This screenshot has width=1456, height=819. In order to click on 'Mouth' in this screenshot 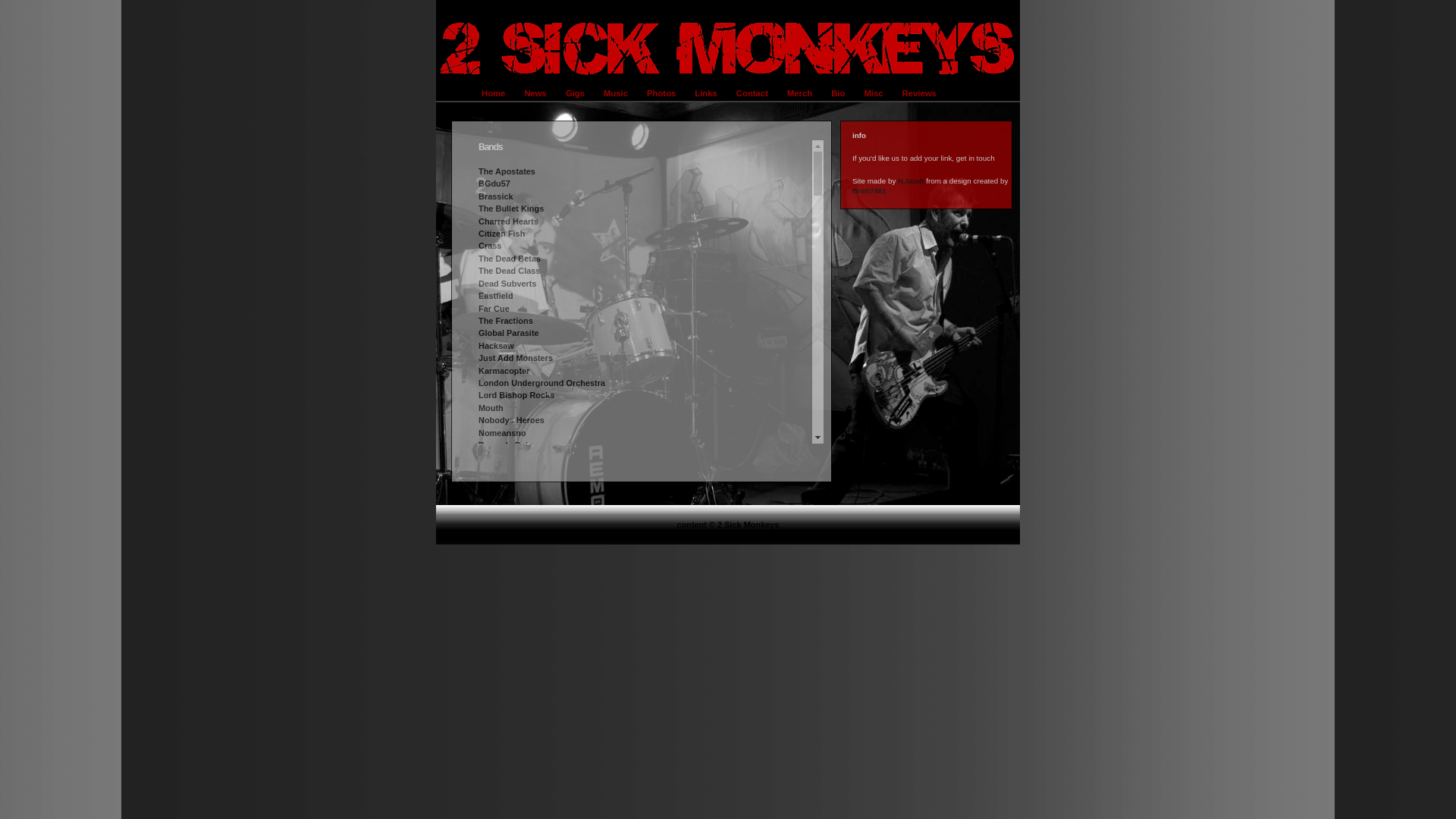, I will do `click(477, 406)`.